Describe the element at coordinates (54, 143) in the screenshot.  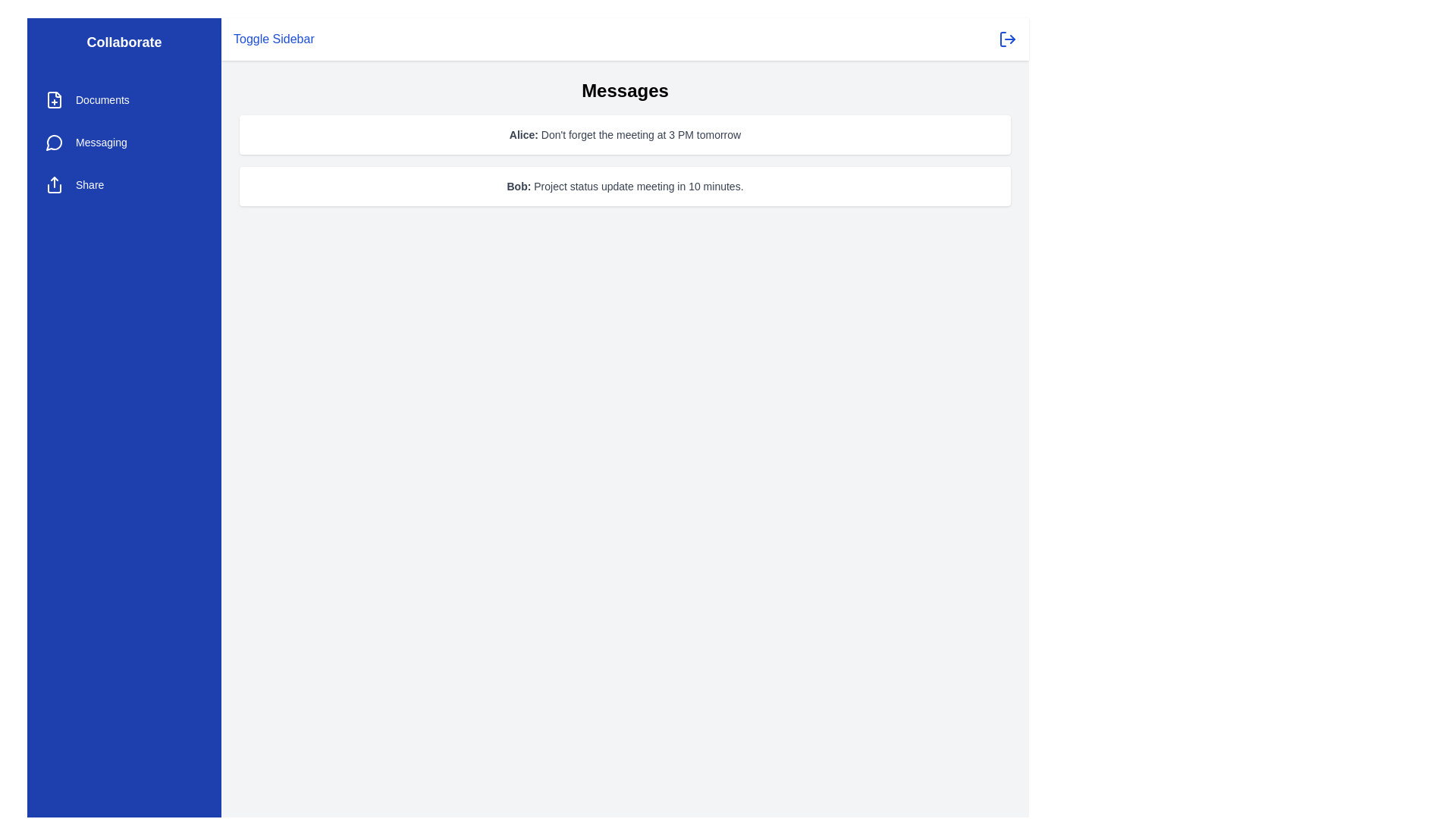
I see `the Speech Bubble icon in the blue sidebar` at that location.